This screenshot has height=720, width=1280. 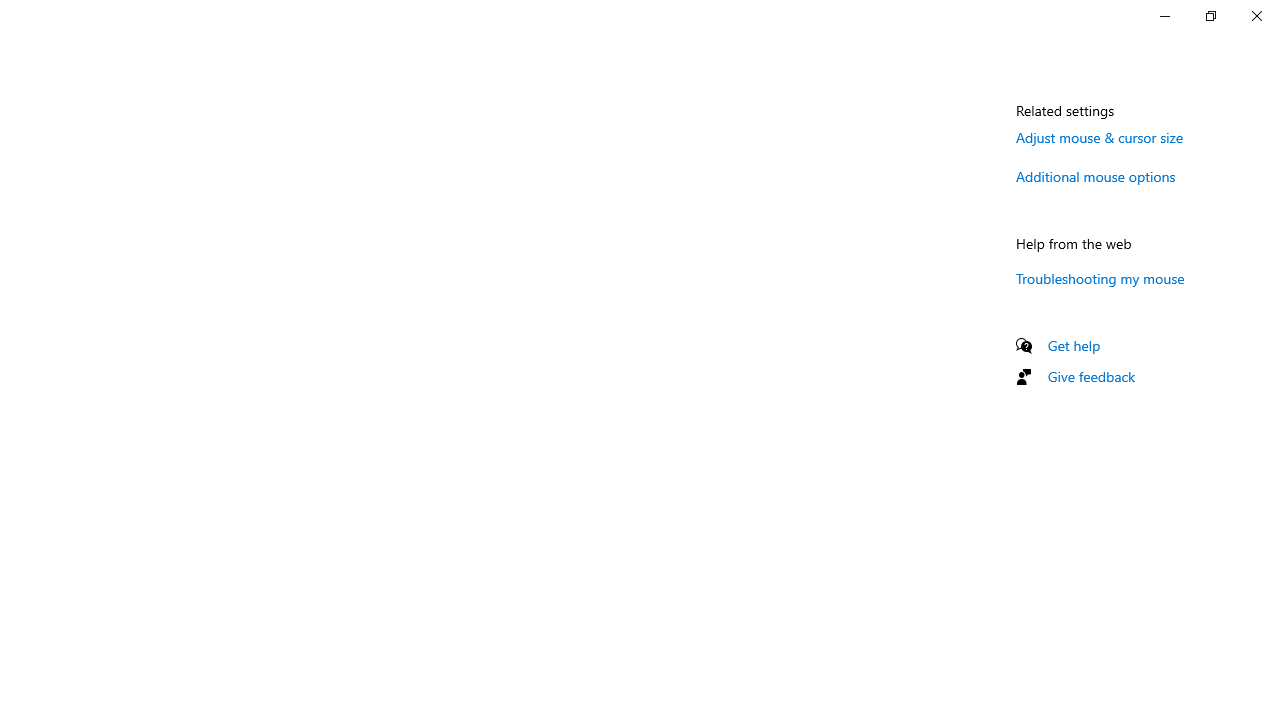 What do you see at coordinates (1099, 136) in the screenshot?
I see `'Adjust mouse & cursor size'` at bounding box center [1099, 136].